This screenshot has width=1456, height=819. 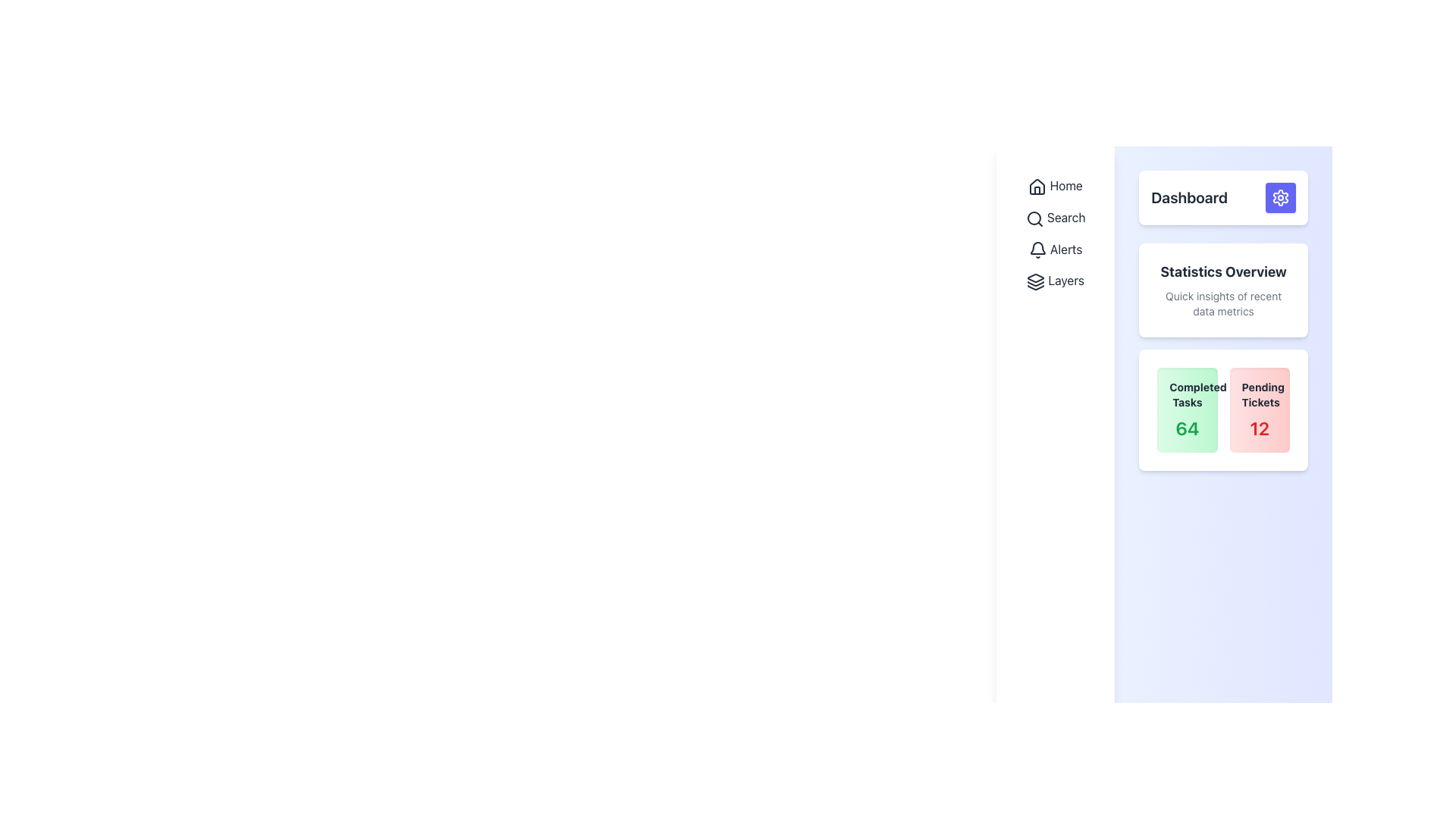 I want to click on the home icon located in the sidebar menu, which is positioned to the left of the text label 'Home', so click(x=1037, y=186).